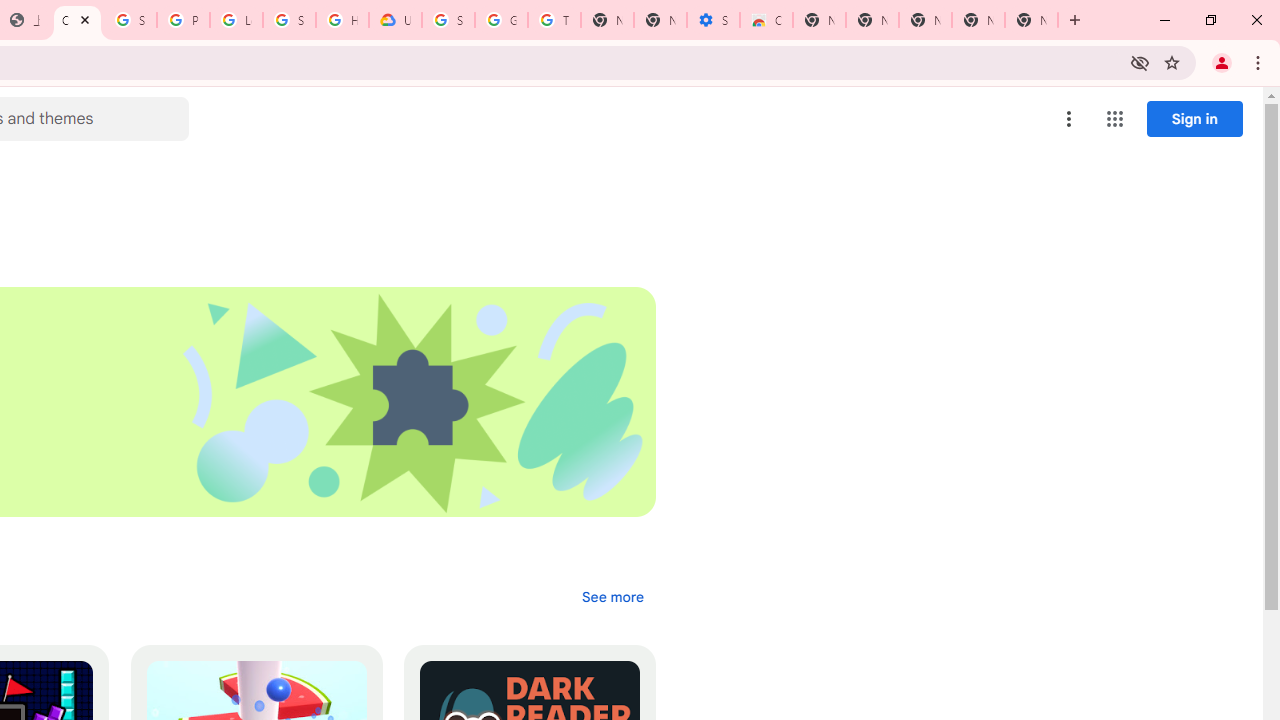 Image resolution: width=1280 pixels, height=720 pixels. What do you see at coordinates (77, 20) in the screenshot?
I see `'Chrome Web Store - Extensions'` at bounding box center [77, 20].